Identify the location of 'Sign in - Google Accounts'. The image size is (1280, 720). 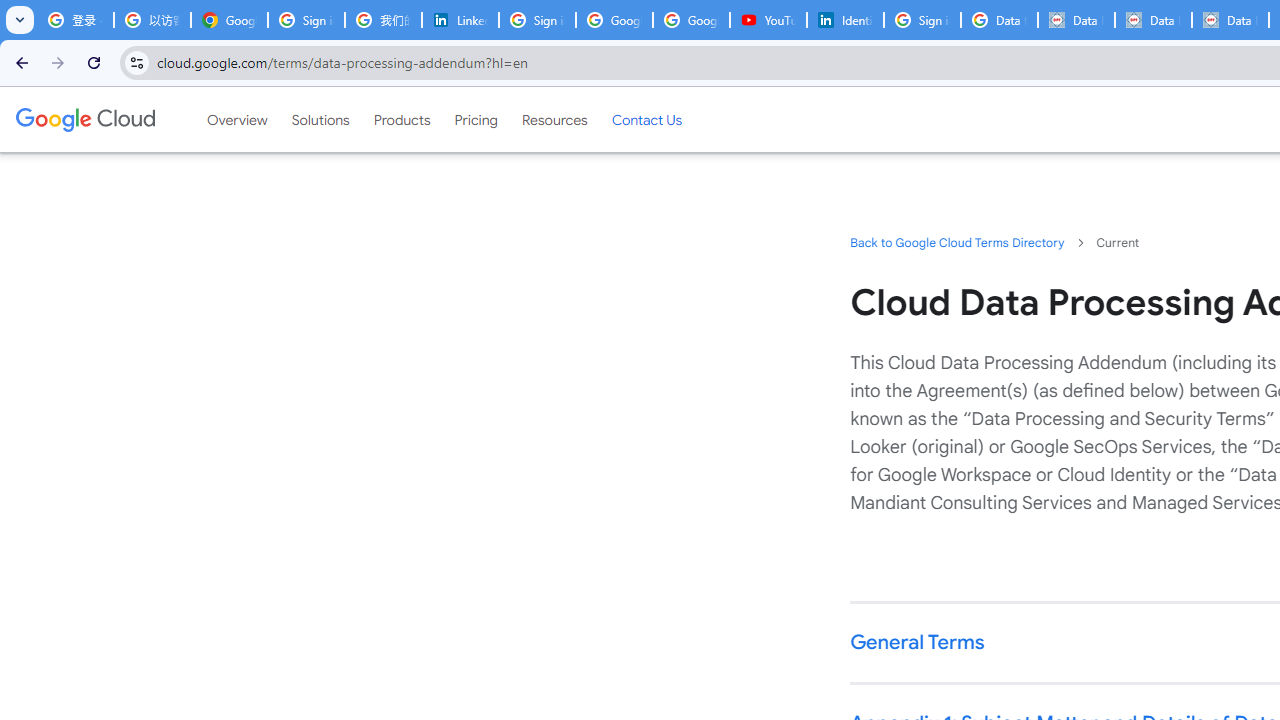
(305, 20).